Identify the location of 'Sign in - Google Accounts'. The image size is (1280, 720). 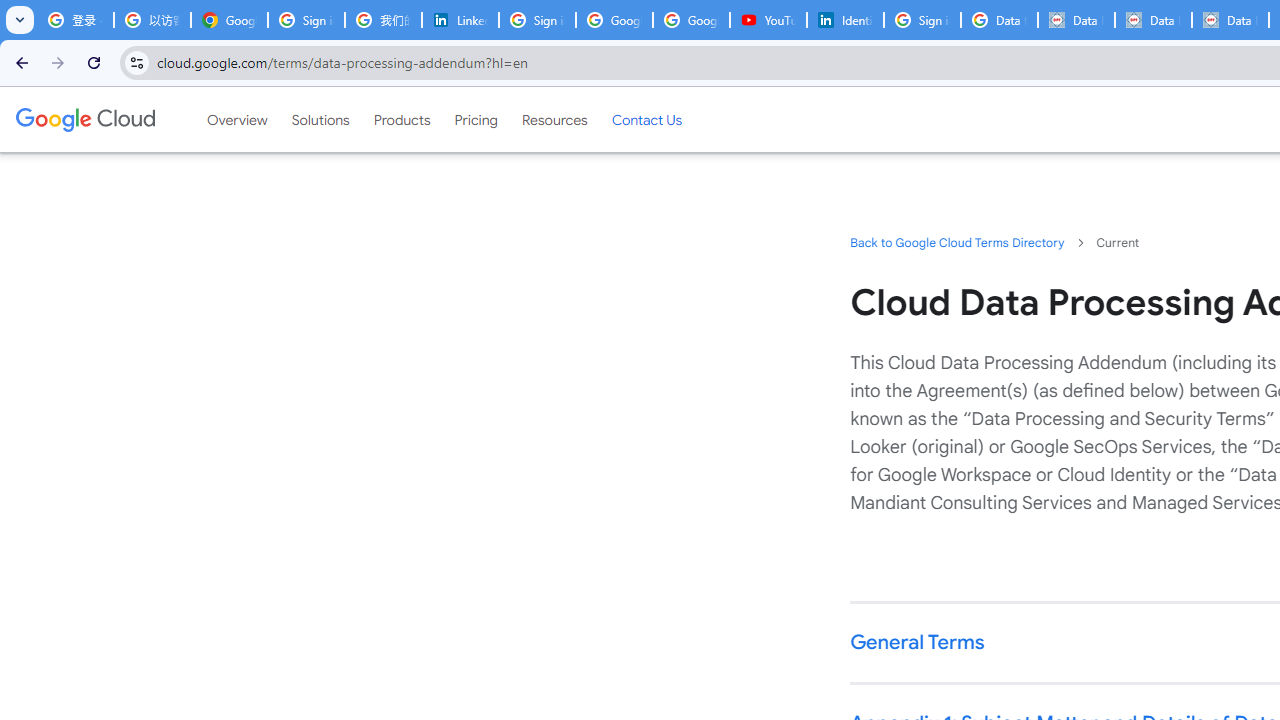
(305, 20).